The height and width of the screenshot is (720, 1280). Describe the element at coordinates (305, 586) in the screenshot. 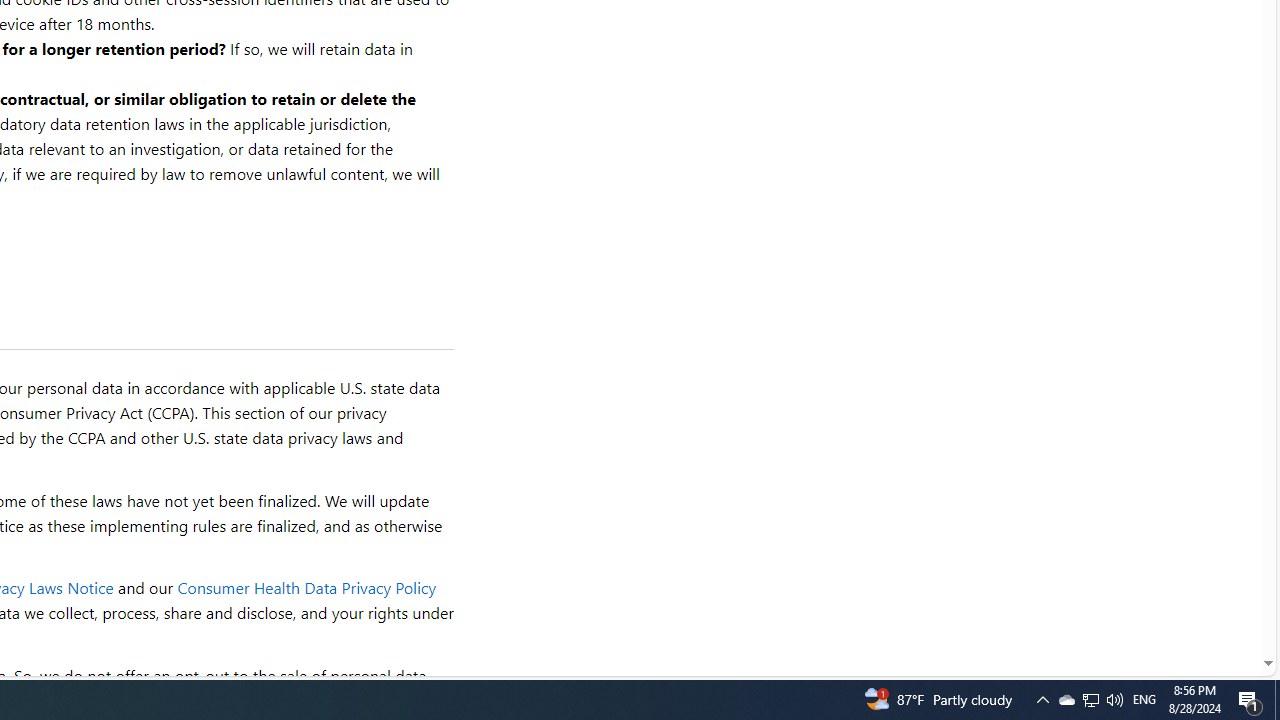

I see `'Consumer Health Data Privacy Policy'` at that location.